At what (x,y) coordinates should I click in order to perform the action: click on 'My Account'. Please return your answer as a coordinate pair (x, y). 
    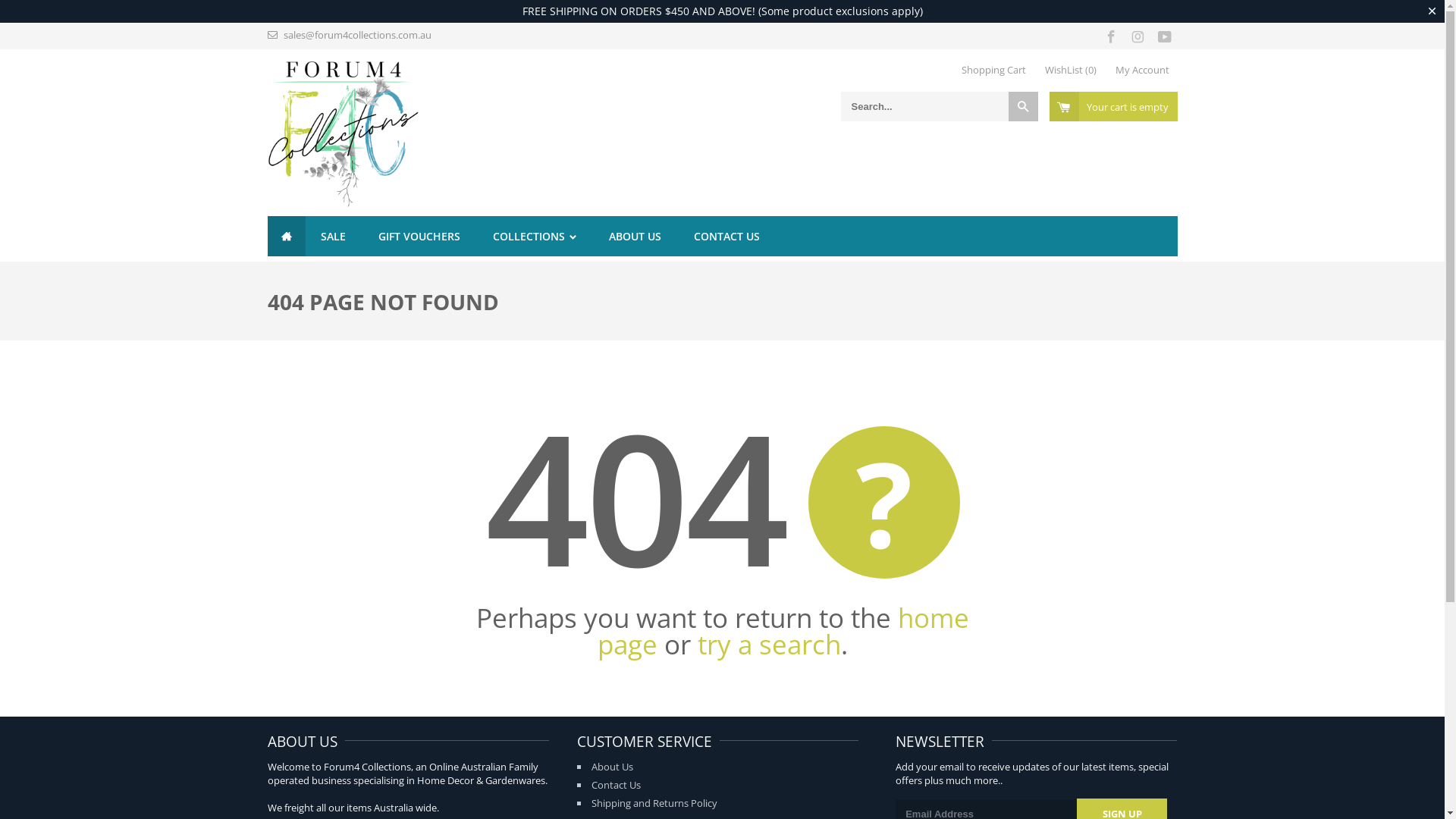
    Looking at the image, I should click on (1141, 70).